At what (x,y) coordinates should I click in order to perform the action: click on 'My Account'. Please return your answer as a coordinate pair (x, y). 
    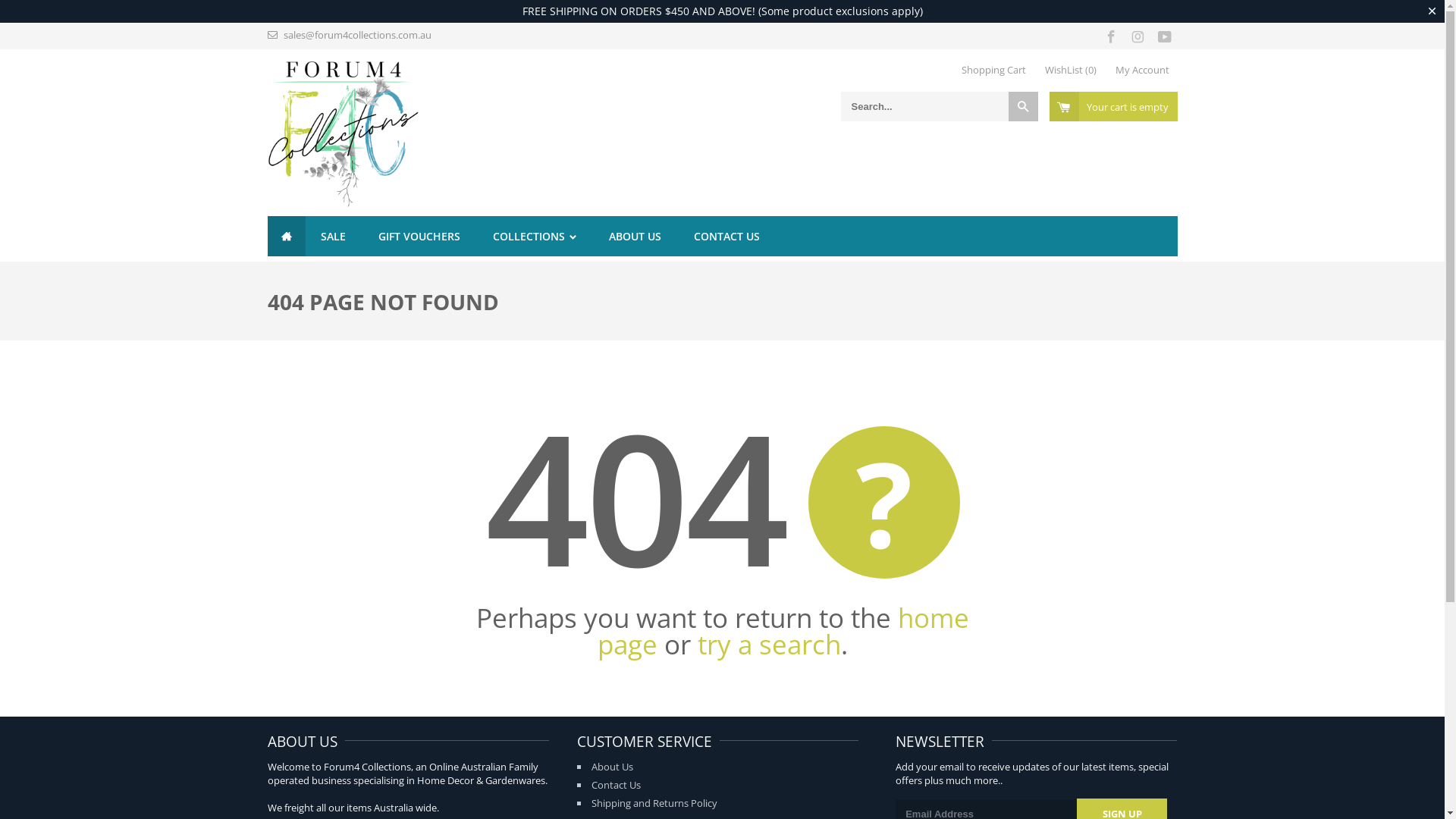
    Looking at the image, I should click on (1141, 70).